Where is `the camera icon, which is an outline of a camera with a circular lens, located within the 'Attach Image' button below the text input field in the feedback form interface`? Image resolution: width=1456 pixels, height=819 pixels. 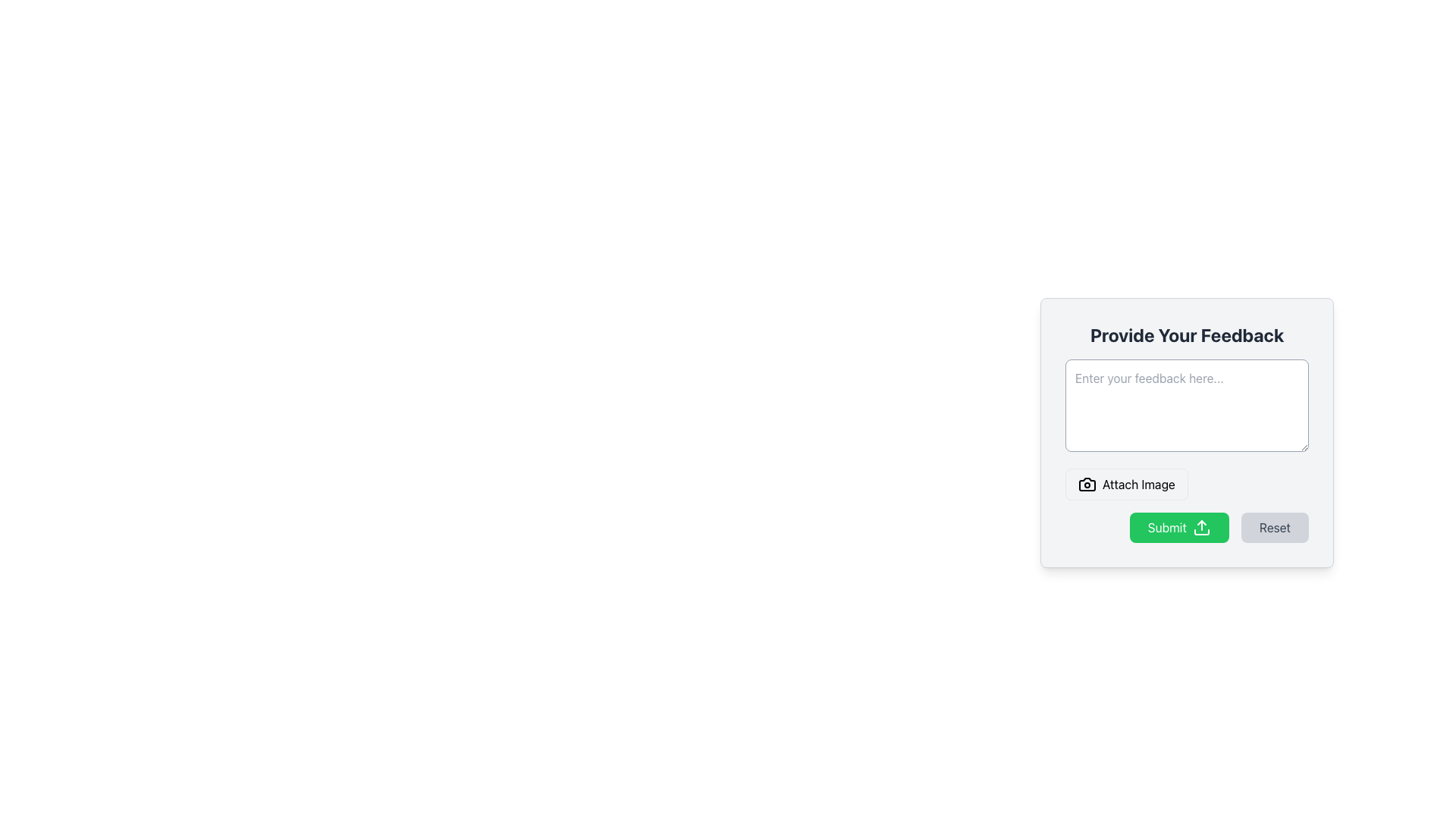 the camera icon, which is an outline of a camera with a circular lens, located within the 'Attach Image' button below the text input field in the feedback form interface is located at coordinates (1087, 485).